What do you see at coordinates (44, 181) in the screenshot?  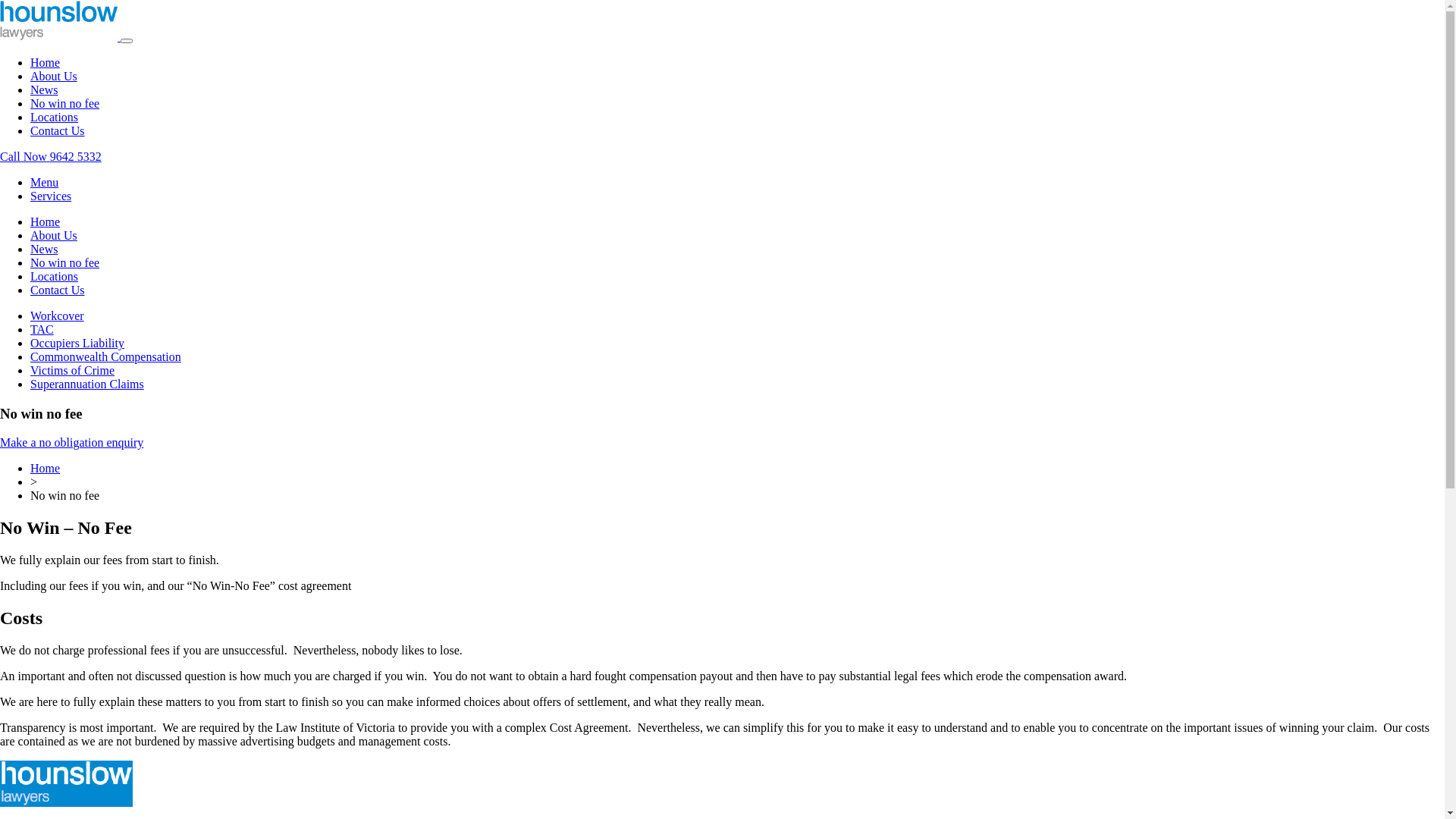 I see `'Menu'` at bounding box center [44, 181].